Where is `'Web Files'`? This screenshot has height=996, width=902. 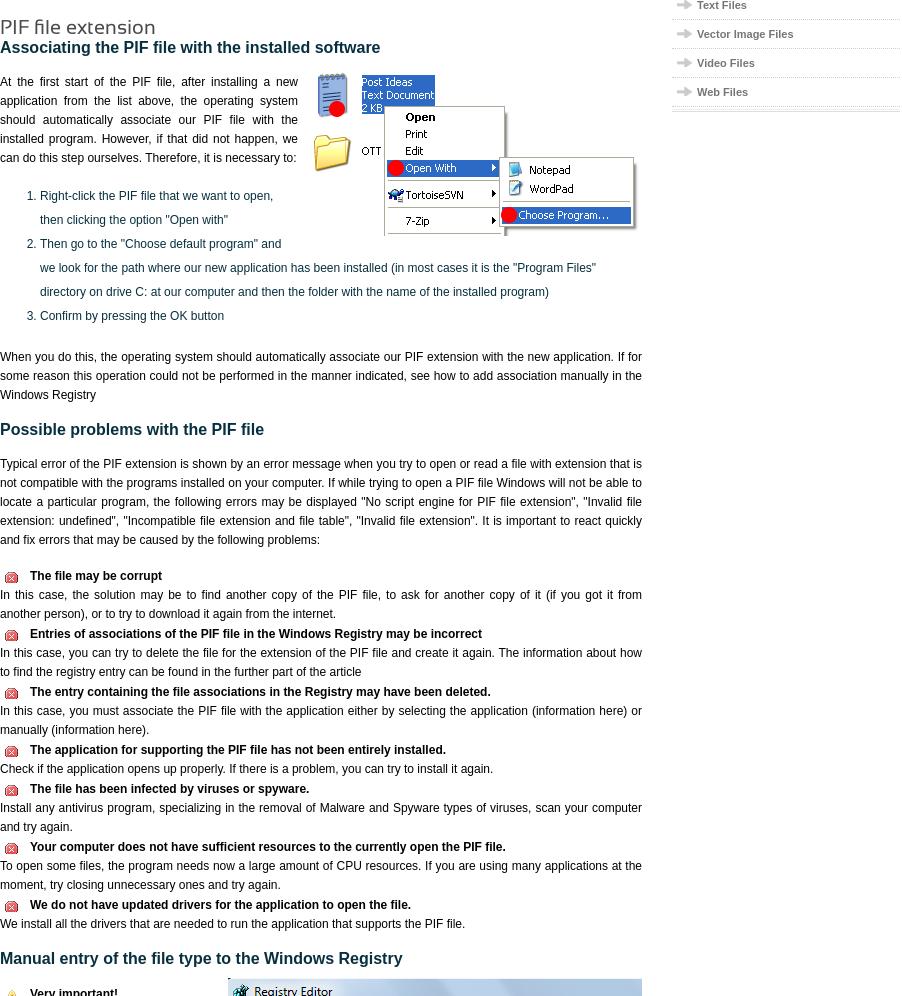
'Web Files' is located at coordinates (696, 92).